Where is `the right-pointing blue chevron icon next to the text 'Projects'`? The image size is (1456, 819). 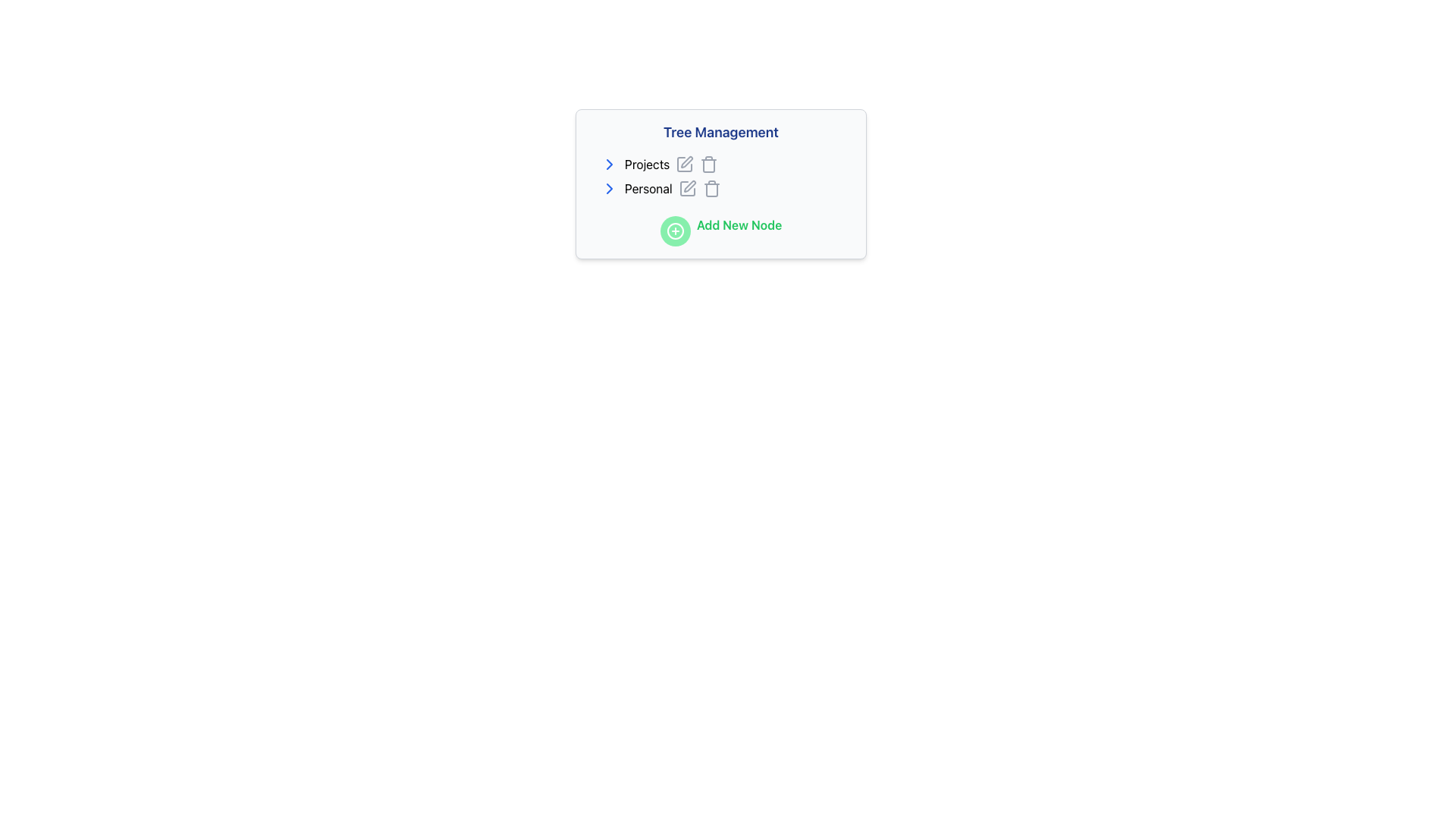 the right-pointing blue chevron icon next to the text 'Projects' is located at coordinates (610, 164).